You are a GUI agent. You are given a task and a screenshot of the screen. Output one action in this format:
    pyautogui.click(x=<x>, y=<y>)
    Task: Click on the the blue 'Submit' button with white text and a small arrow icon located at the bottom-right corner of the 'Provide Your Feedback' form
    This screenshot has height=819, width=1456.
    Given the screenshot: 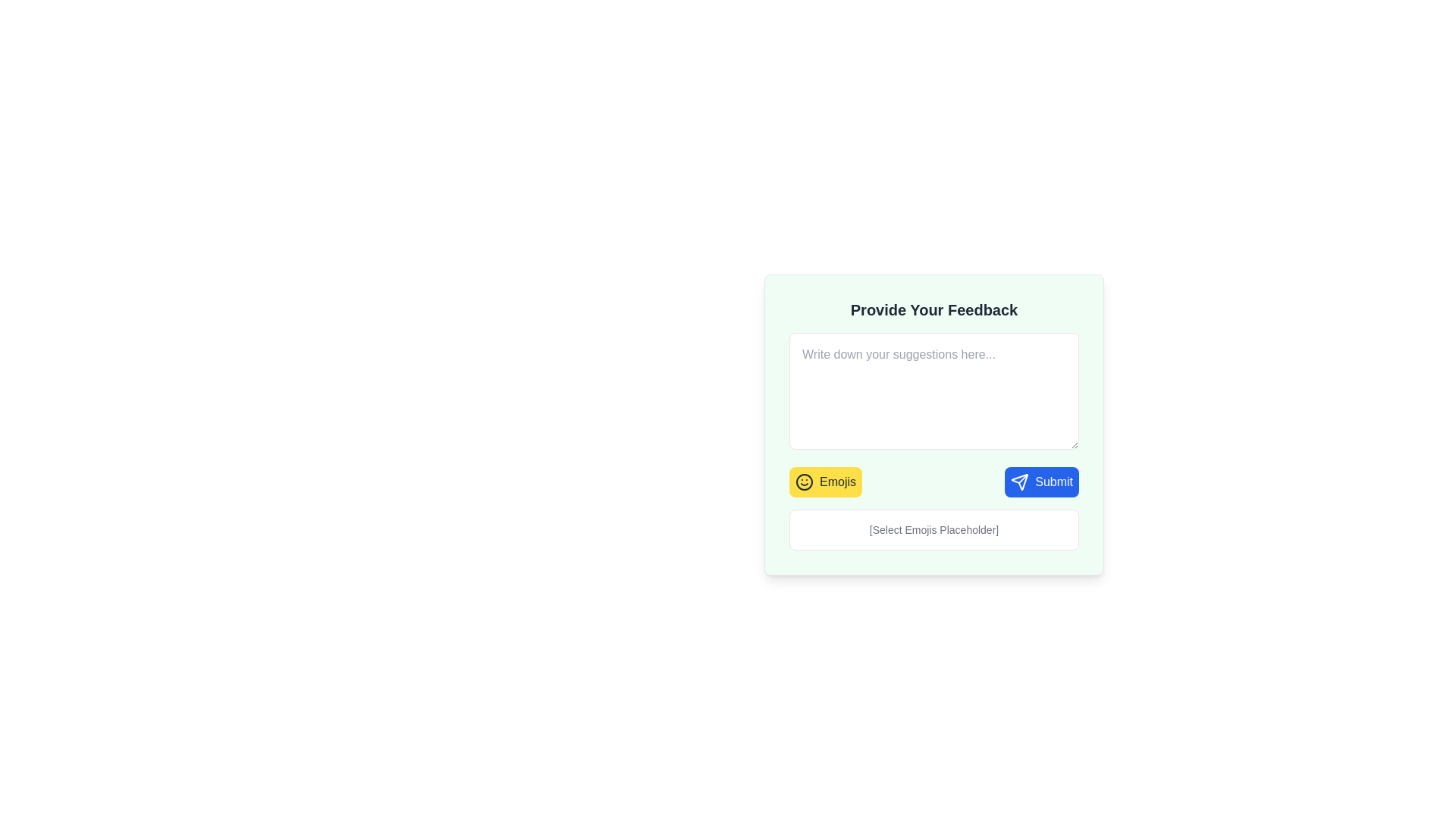 What is the action you would take?
    pyautogui.click(x=1040, y=482)
    